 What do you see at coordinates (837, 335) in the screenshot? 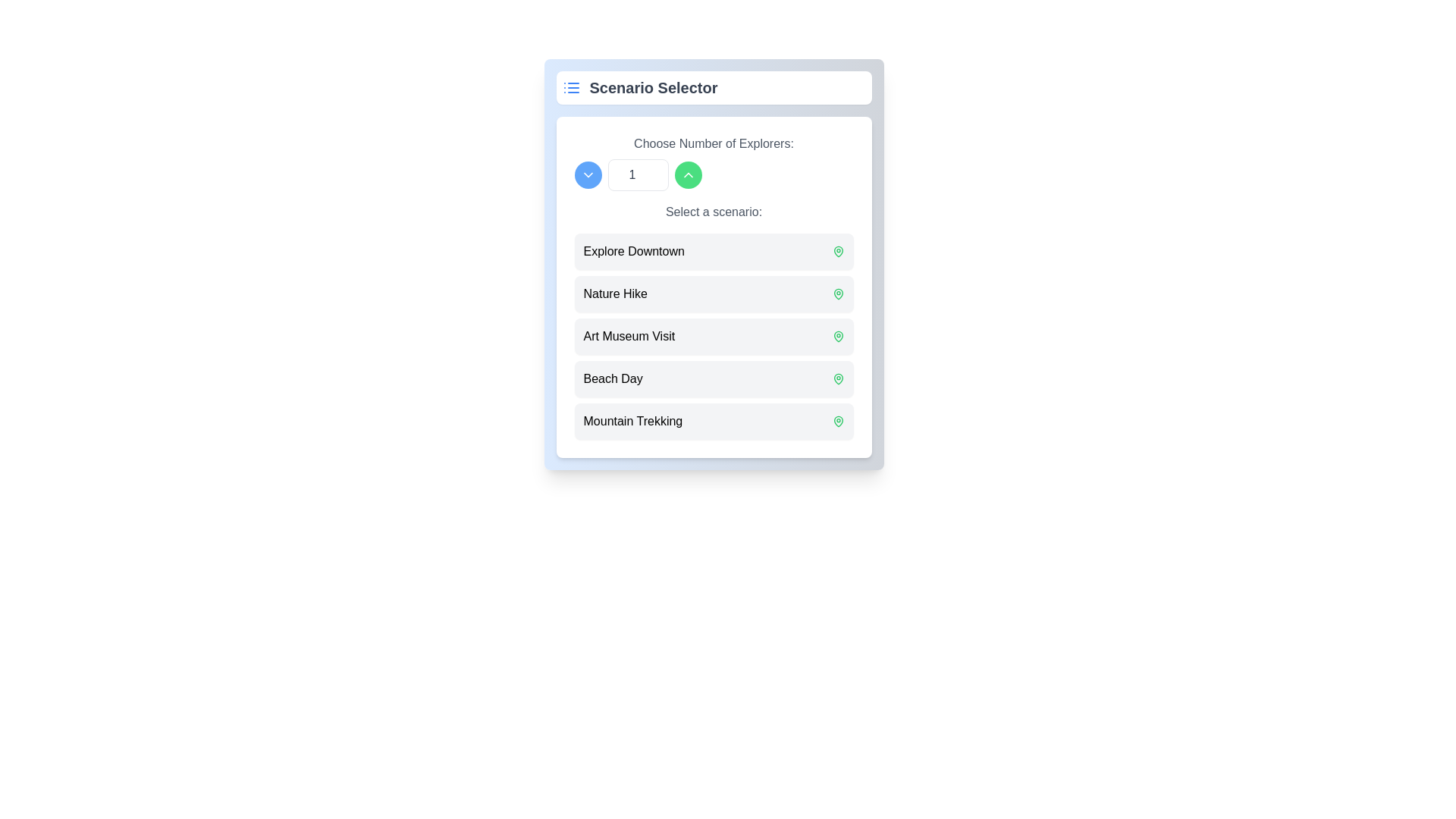
I see `the SVG icon of a map pin, which is styled with a green color and located next to the 'Art Museum Visit' text in the scenario list` at bounding box center [837, 335].